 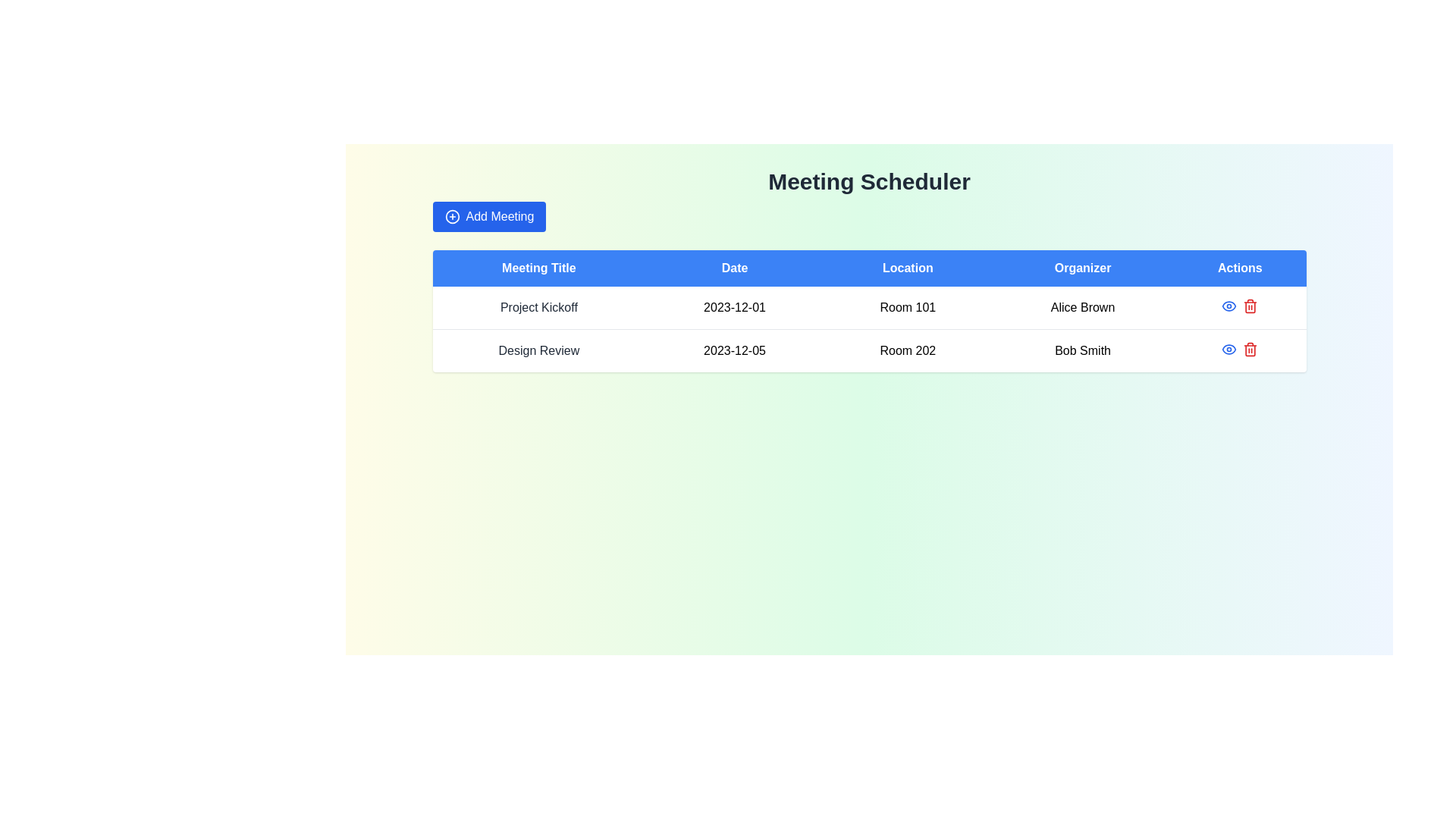 What do you see at coordinates (1229, 350) in the screenshot?
I see `the viewing action icon button located in the 'Actions' column of the second row of the table, positioned to the left of a red trashcan icon` at bounding box center [1229, 350].